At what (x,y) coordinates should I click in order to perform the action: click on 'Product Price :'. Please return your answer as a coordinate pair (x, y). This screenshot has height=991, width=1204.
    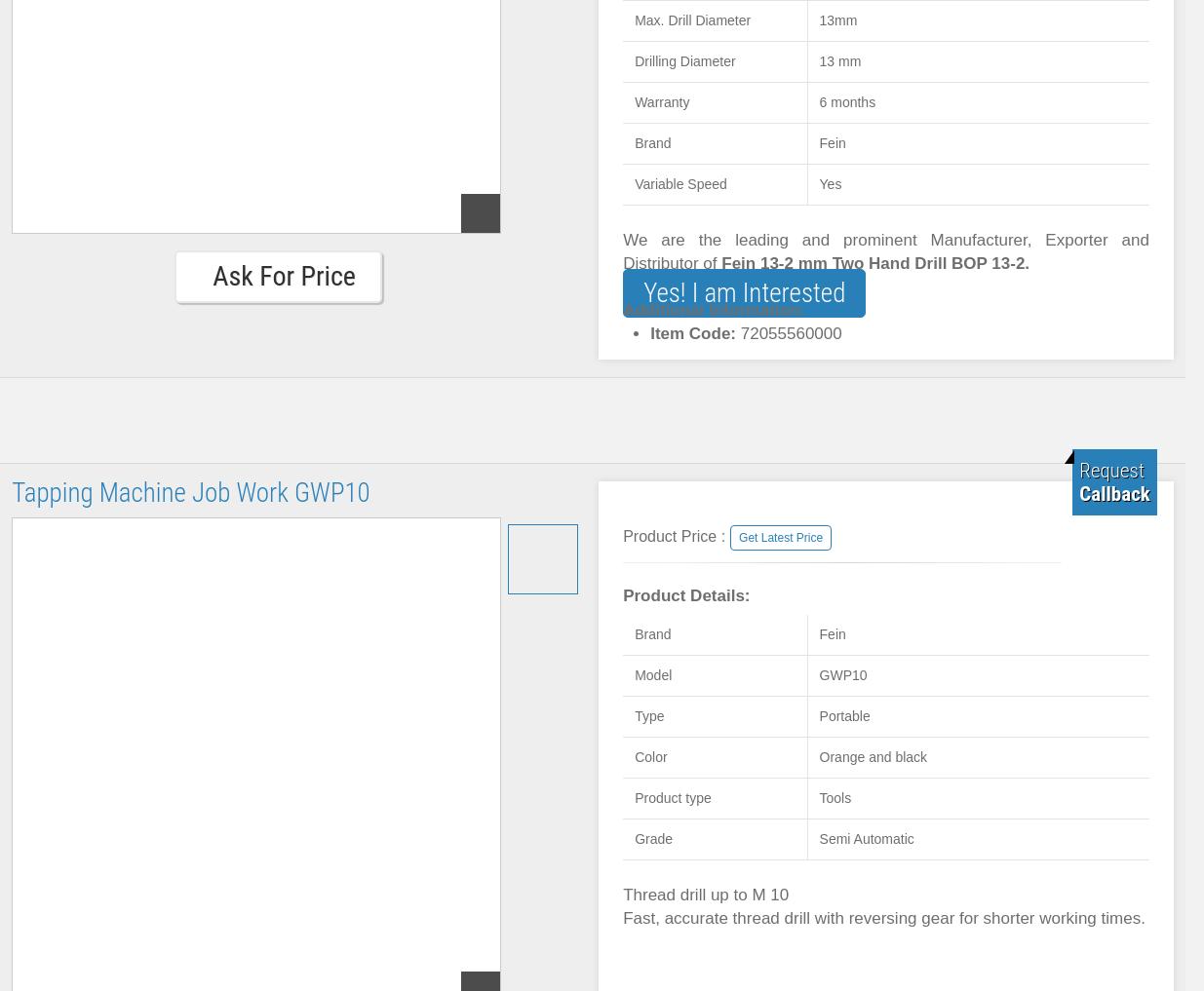
    Looking at the image, I should click on (674, 536).